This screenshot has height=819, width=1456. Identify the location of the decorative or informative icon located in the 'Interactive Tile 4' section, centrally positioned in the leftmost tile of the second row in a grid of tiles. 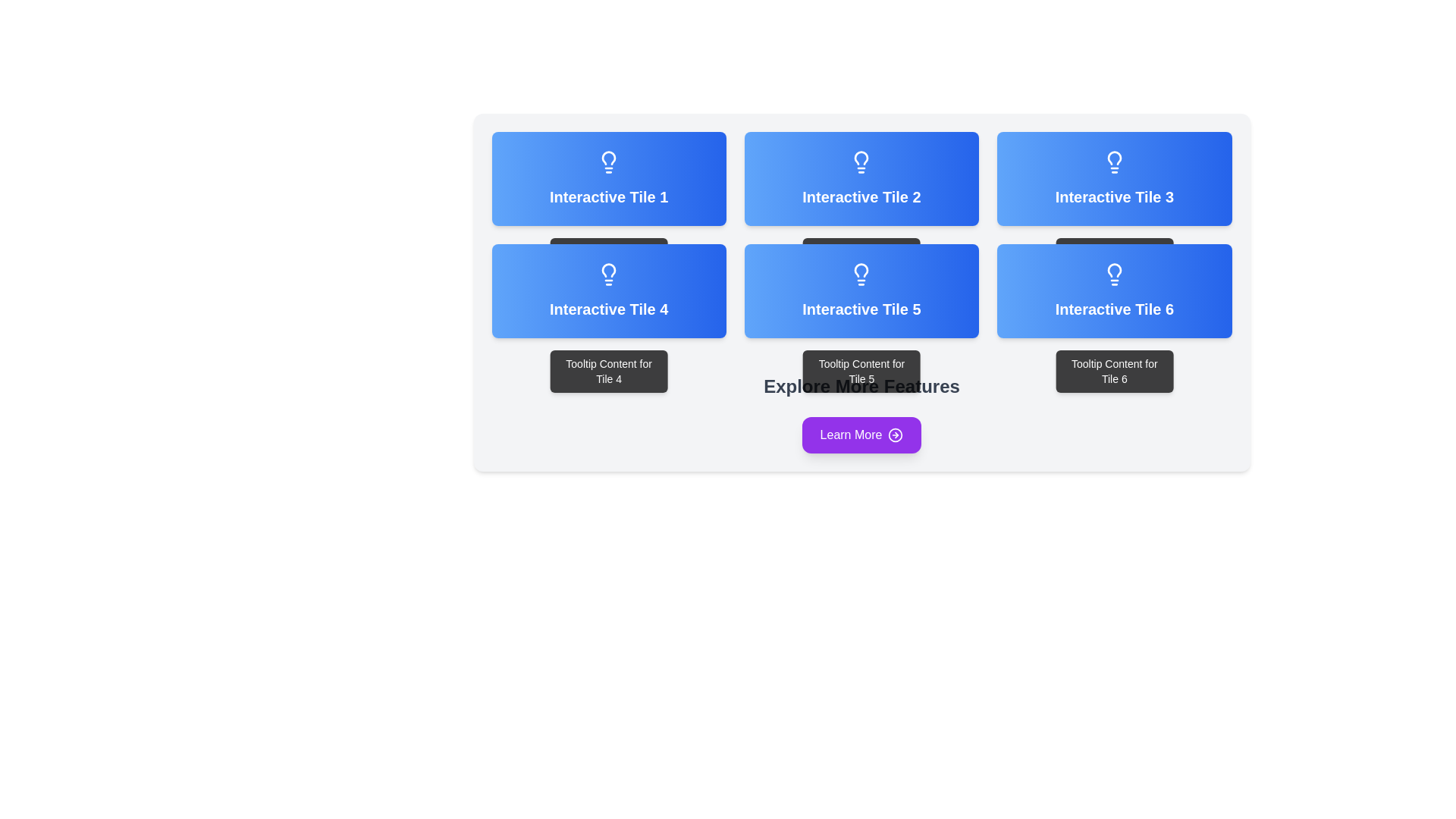
(609, 269).